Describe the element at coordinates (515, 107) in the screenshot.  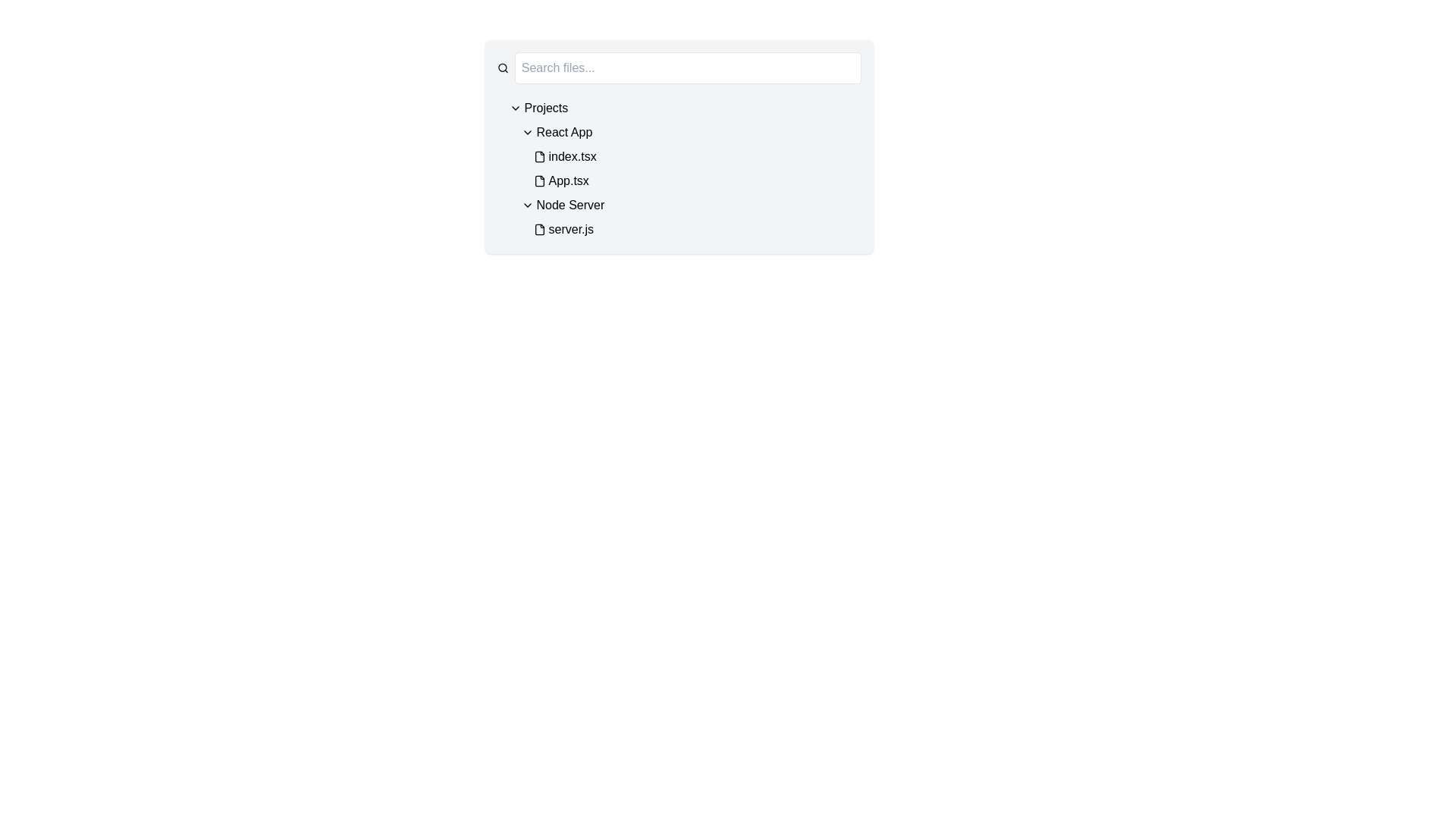
I see `the dropdown toggle icon located at the leftmost side of the 'Projects' entry in the navigation menu` at that location.